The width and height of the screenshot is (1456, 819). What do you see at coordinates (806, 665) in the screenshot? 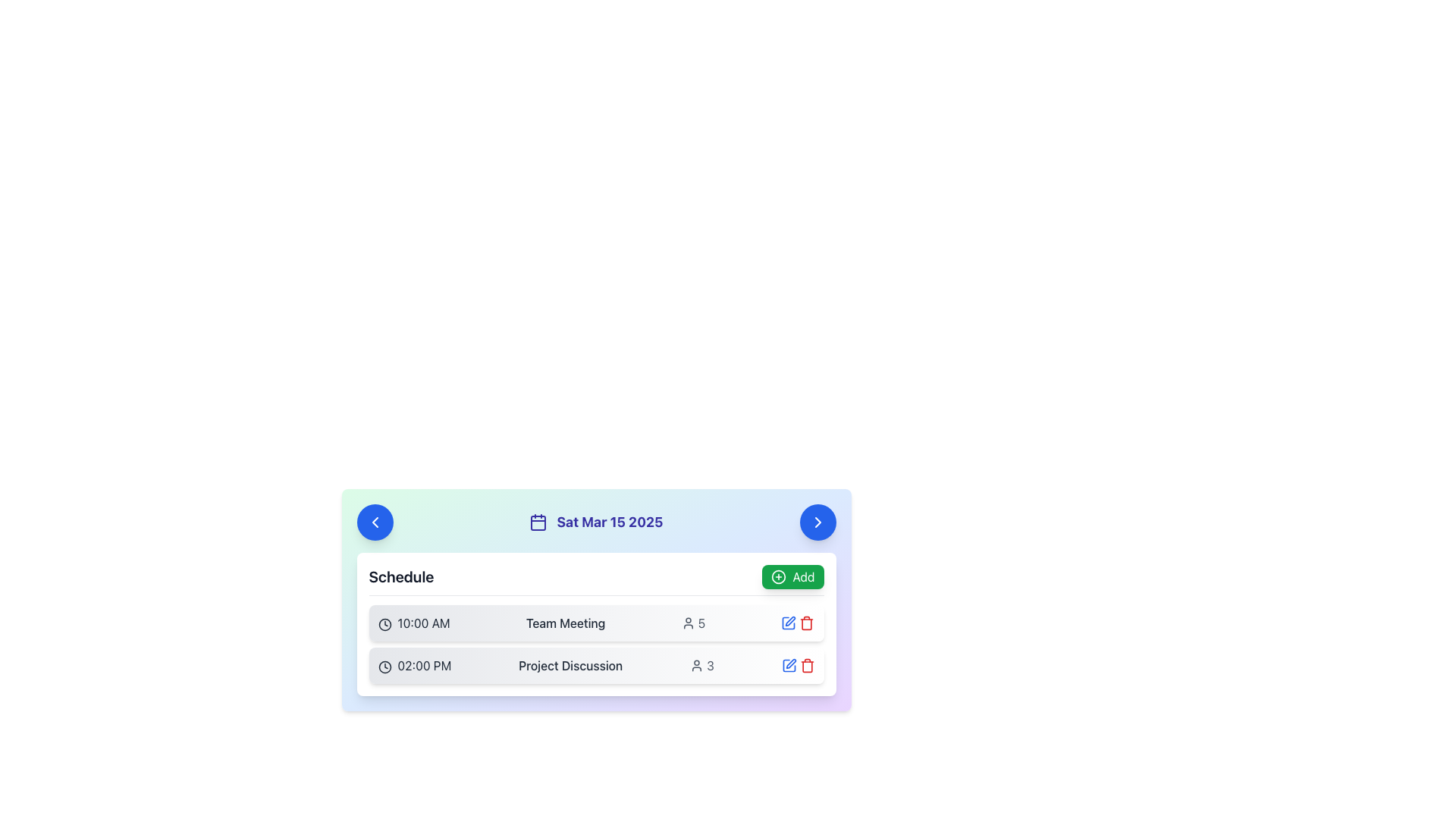
I see `the delete button located on the right side of the second row` at bounding box center [806, 665].